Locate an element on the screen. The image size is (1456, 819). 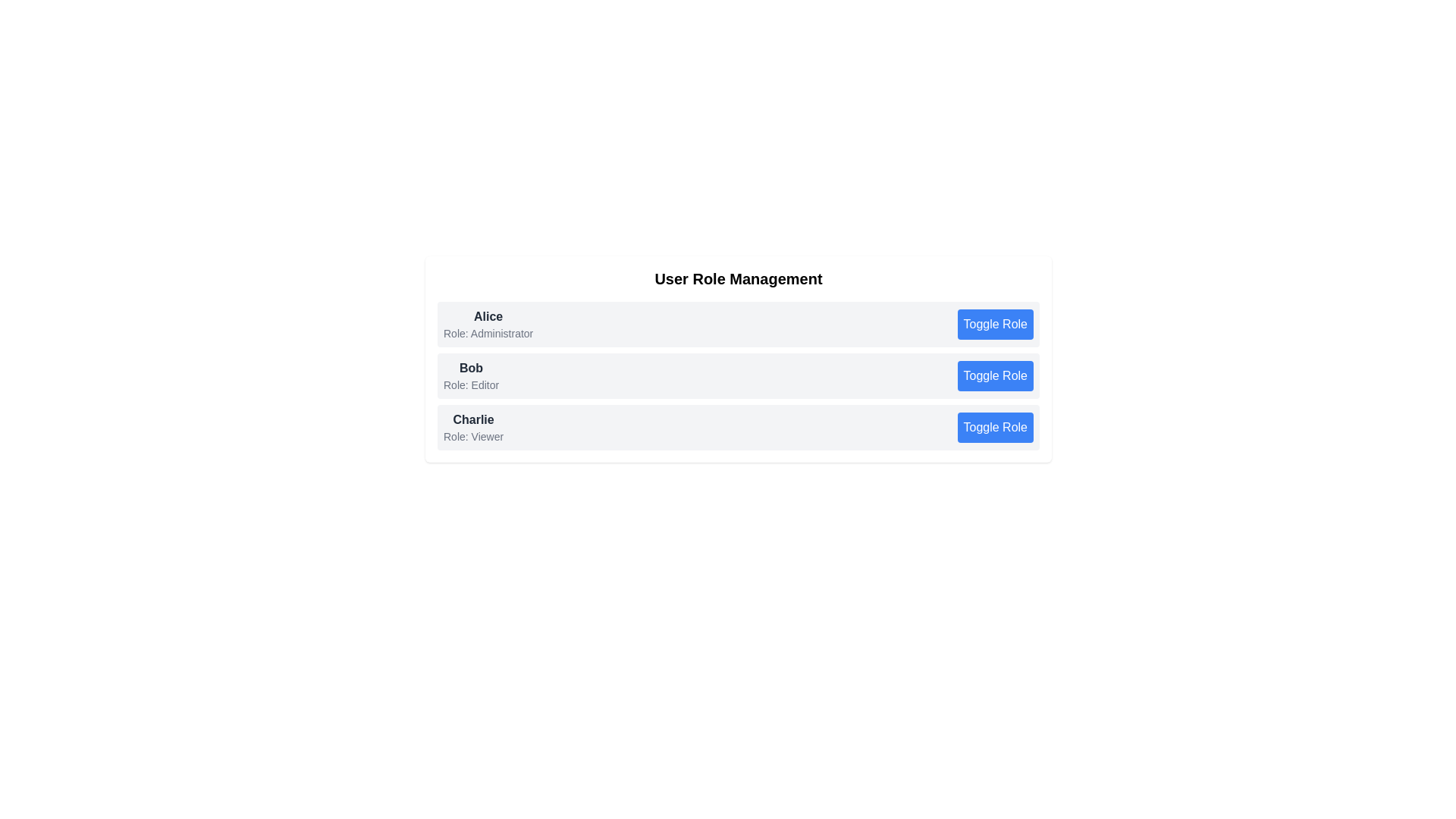
the button is located at coordinates (995, 324).